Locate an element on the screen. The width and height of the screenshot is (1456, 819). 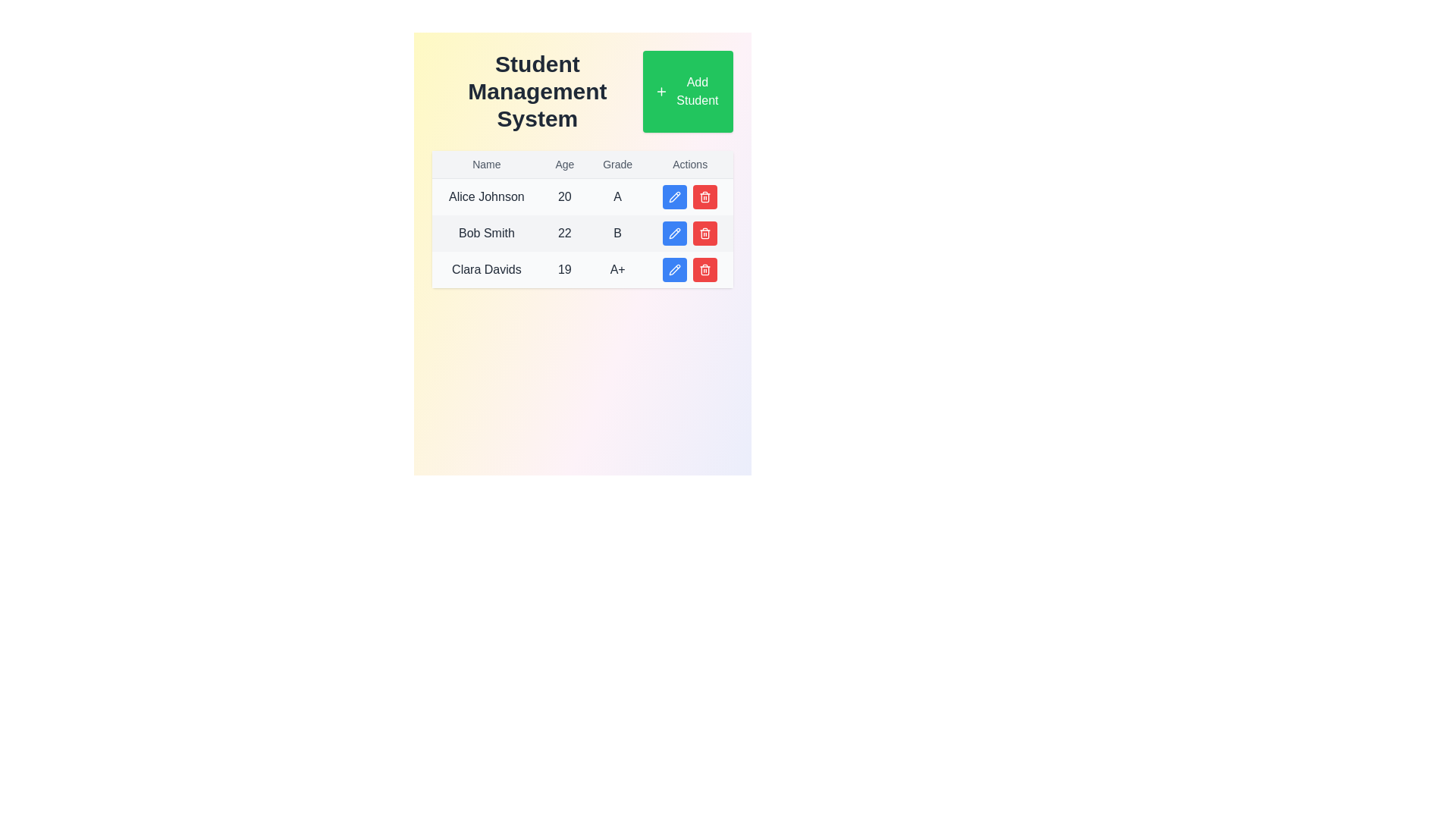
the pencil-shaped edit icon within the blue rectangular button in the second row of the table, adjacent to the 'Bob Smith' entry is located at coordinates (673, 196).